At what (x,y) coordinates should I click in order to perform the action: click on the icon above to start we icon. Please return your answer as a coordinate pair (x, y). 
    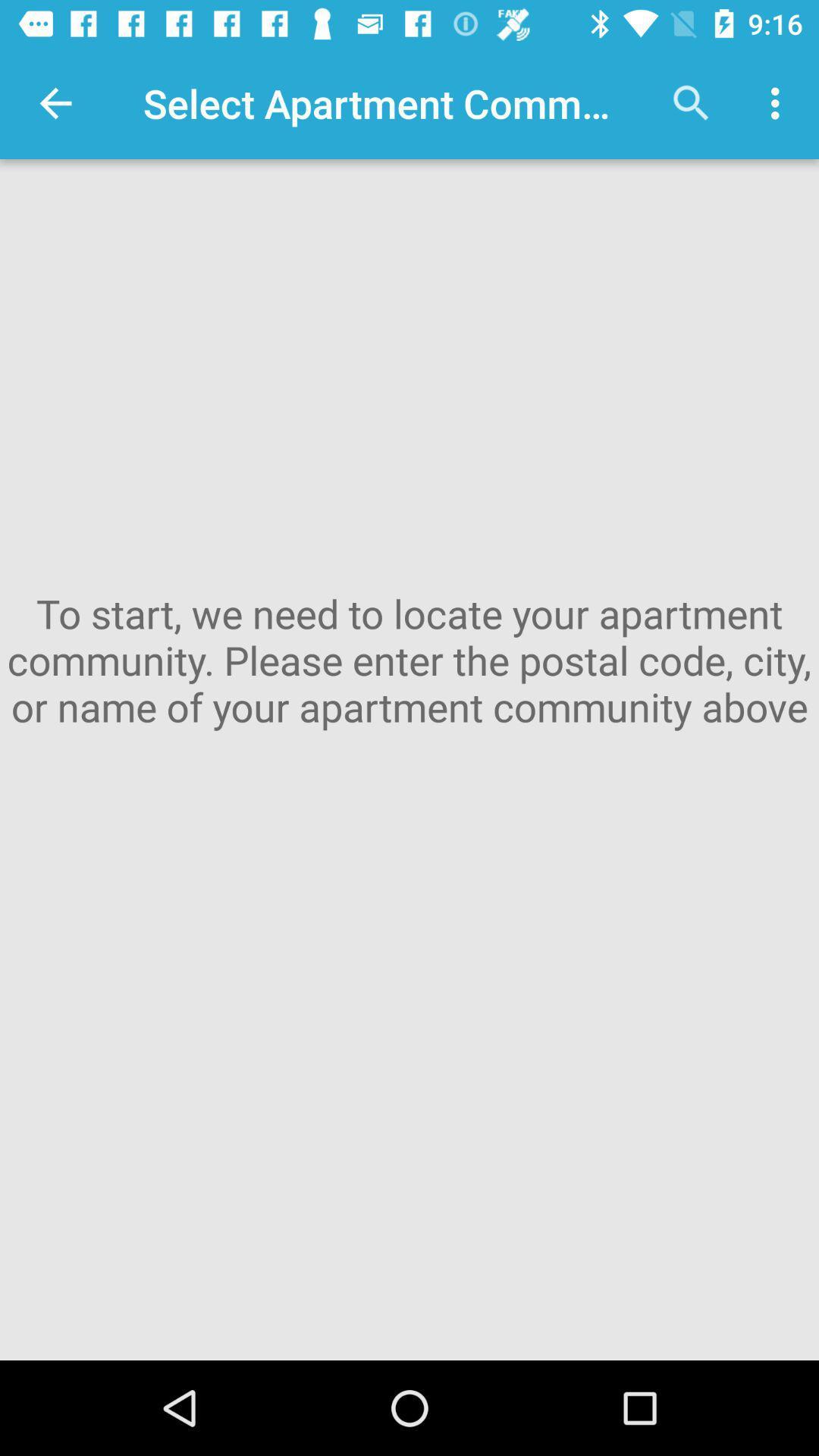
    Looking at the image, I should click on (55, 102).